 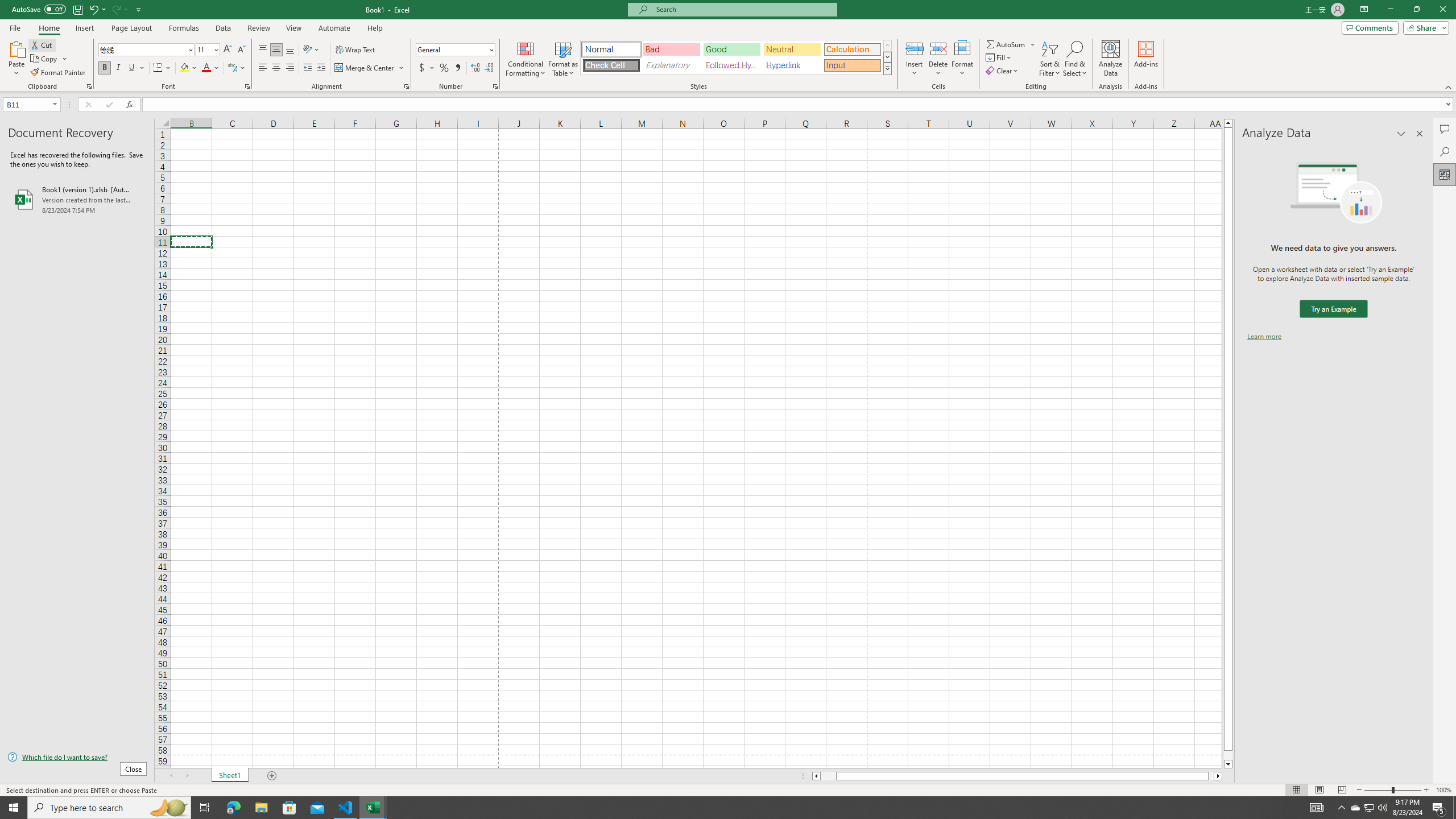 What do you see at coordinates (962, 59) in the screenshot?
I see `'Format'` at bounding box center [962, 59].